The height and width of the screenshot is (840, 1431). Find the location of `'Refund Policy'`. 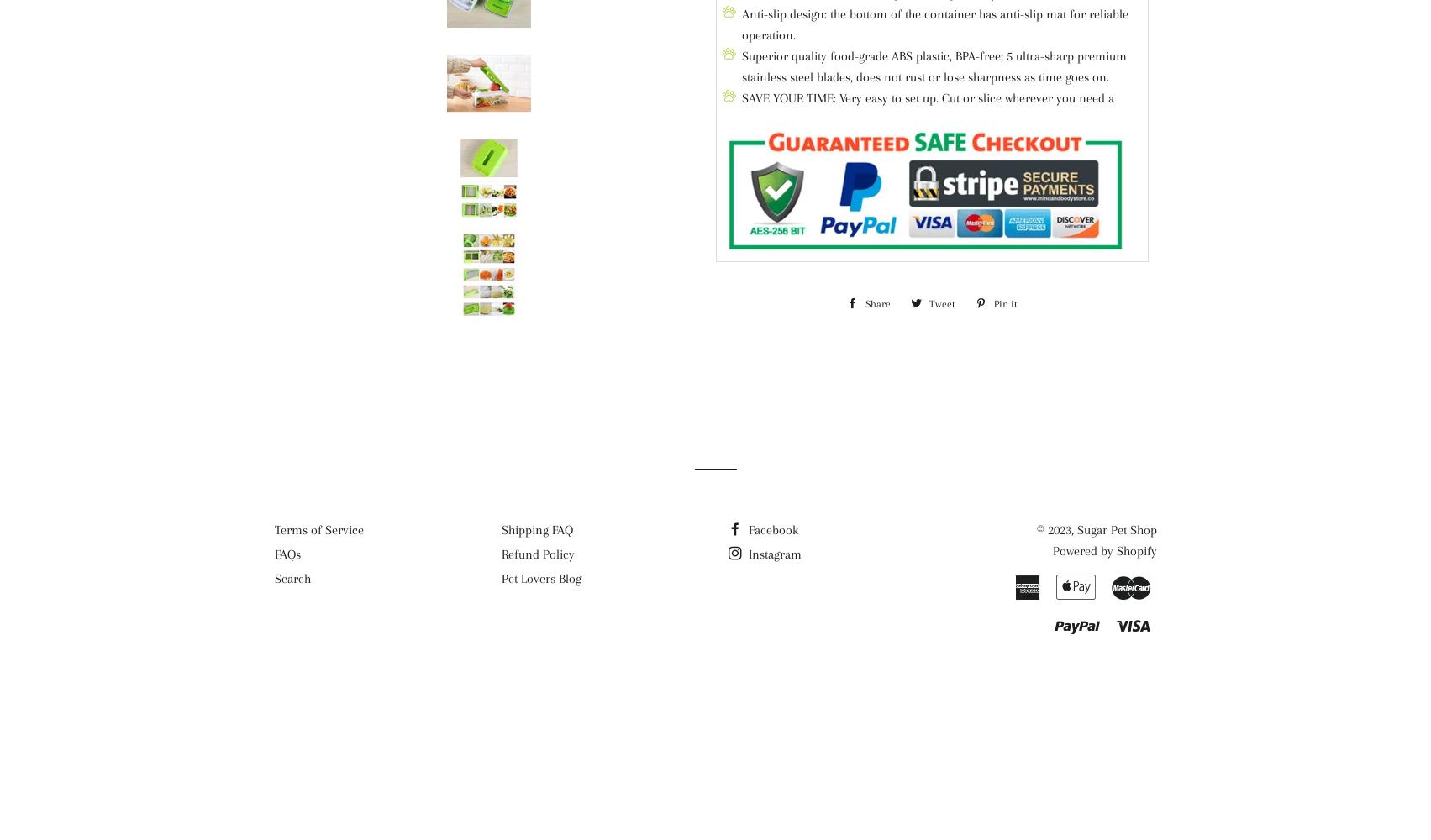

'Refund Policy' is located at coordinates (536, 554).